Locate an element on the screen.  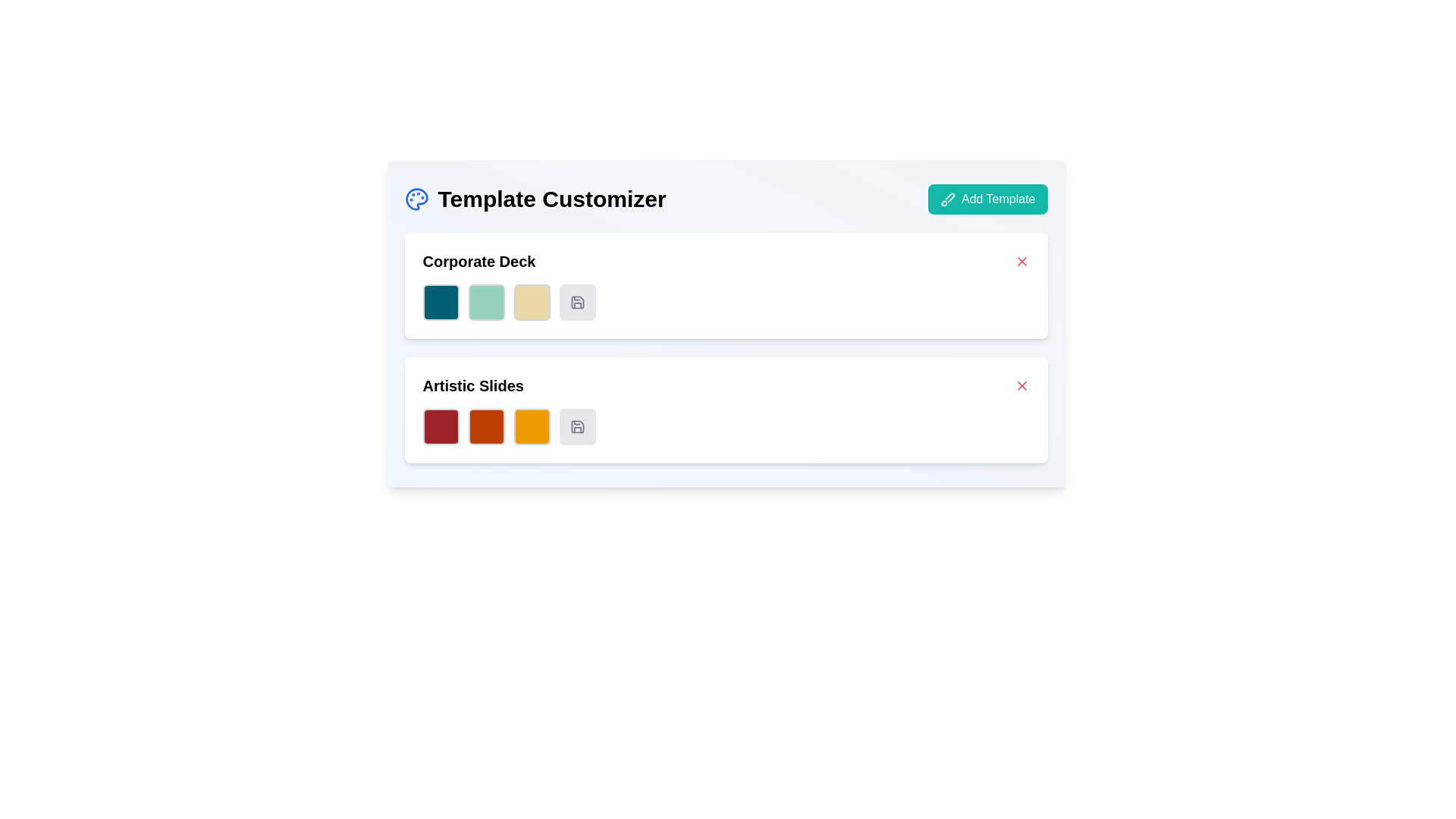
the save icon located is located at coordinates (576, 302).